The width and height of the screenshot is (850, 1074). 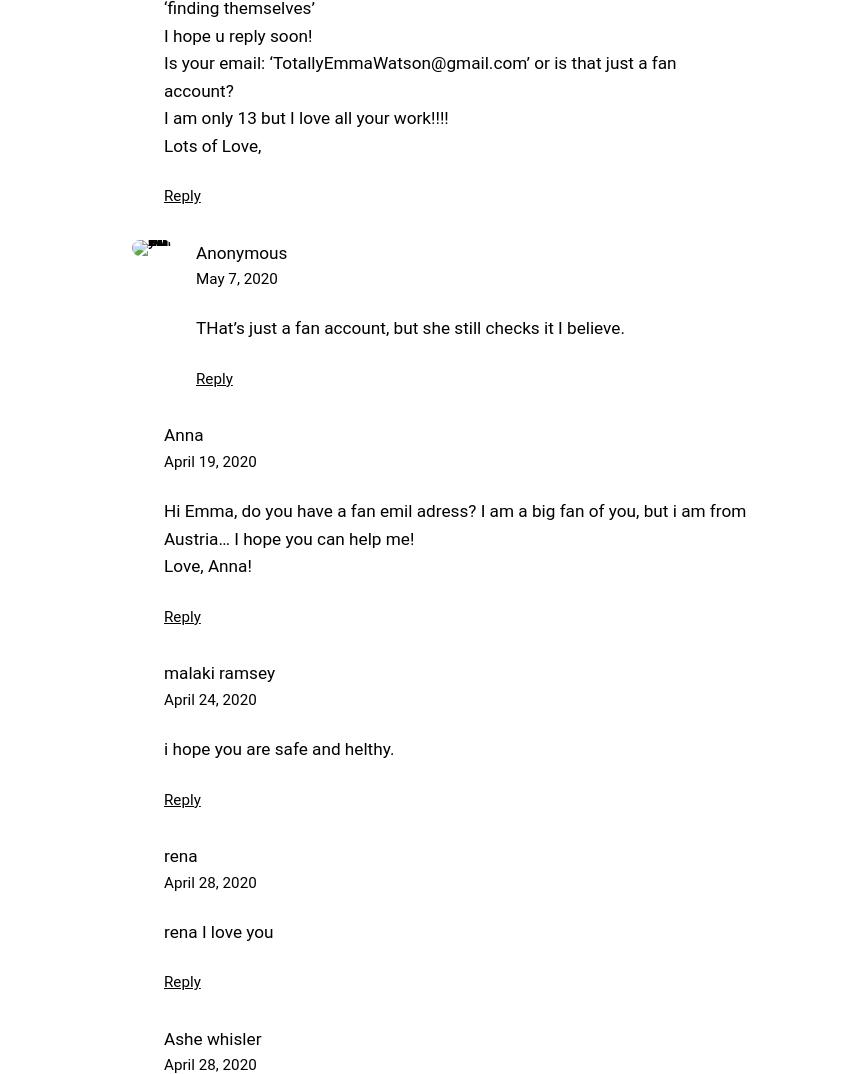 I want to click on 'rena I love you', so click(x=218, y=931).